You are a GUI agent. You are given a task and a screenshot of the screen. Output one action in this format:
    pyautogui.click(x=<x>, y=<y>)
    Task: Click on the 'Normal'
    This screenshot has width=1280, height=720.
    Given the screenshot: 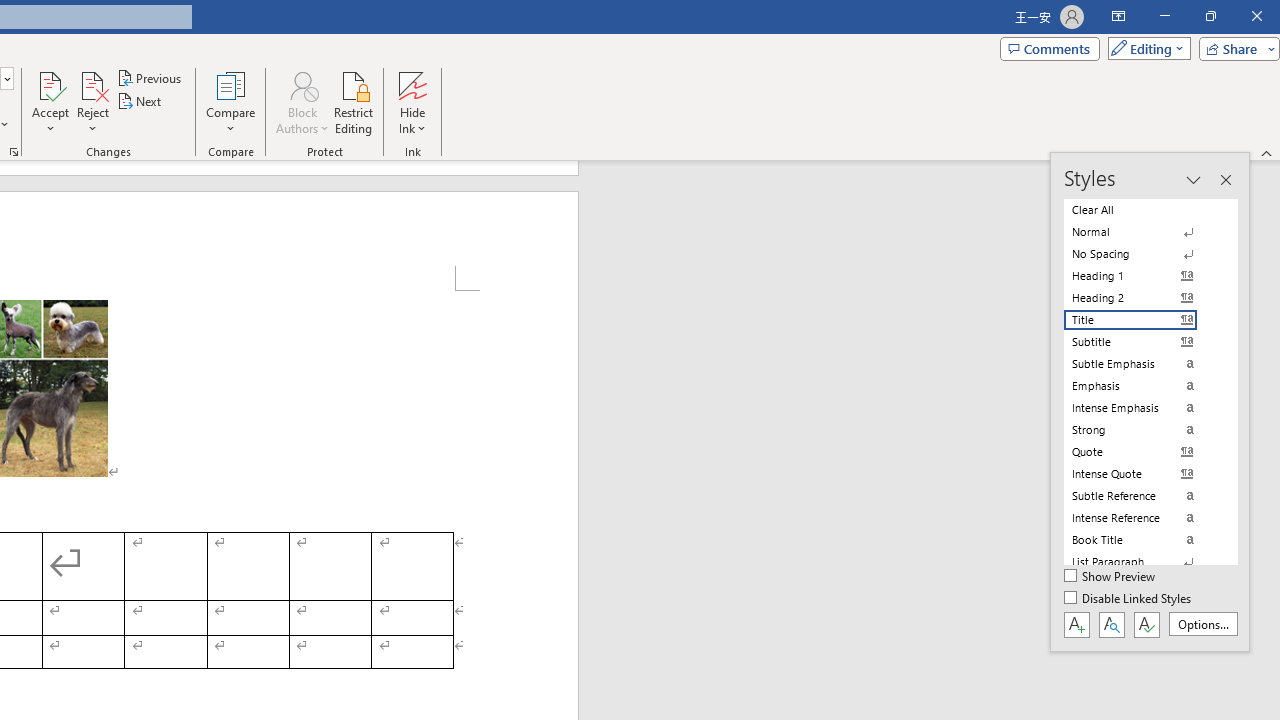 What is the action you would take?
    pyautogui.click(x=1142, y=231)
    